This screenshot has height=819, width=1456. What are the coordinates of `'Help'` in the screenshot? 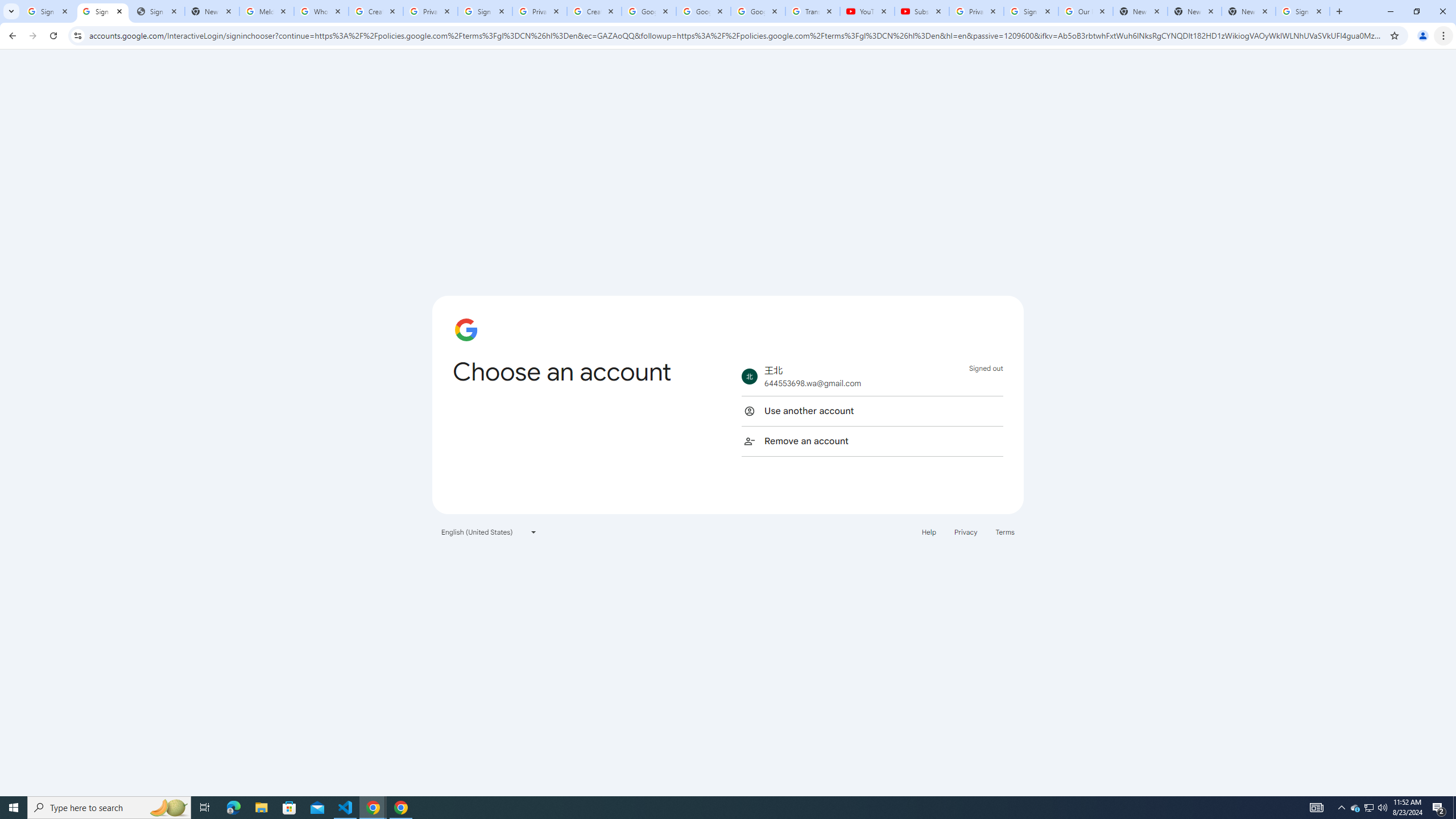 It's located at (928, 531).